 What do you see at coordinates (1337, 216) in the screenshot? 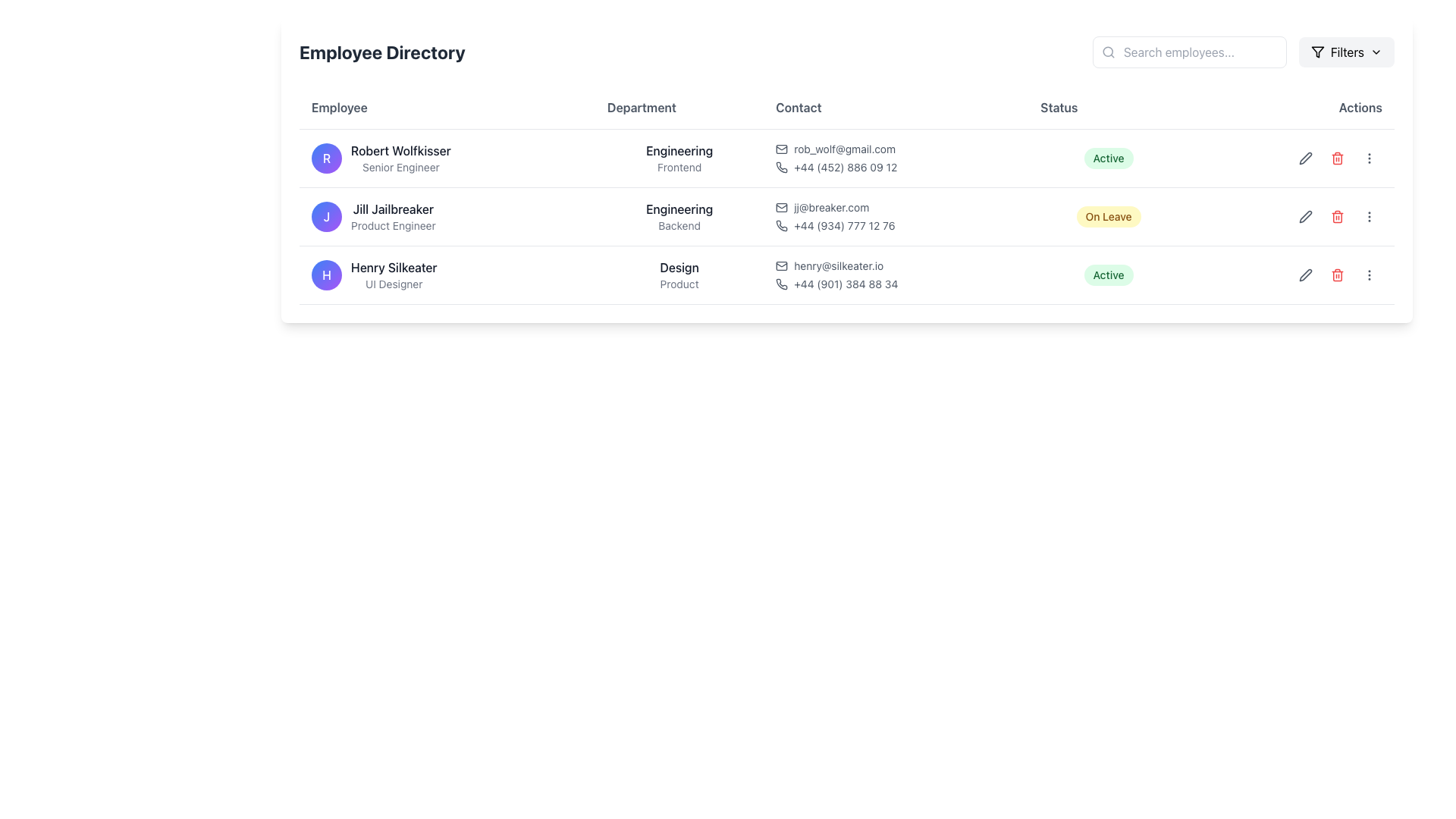
I see `the delete button located in the action column of the second row in the employee directory grid to observe the hover effect` at bounding box center [1337, 216].